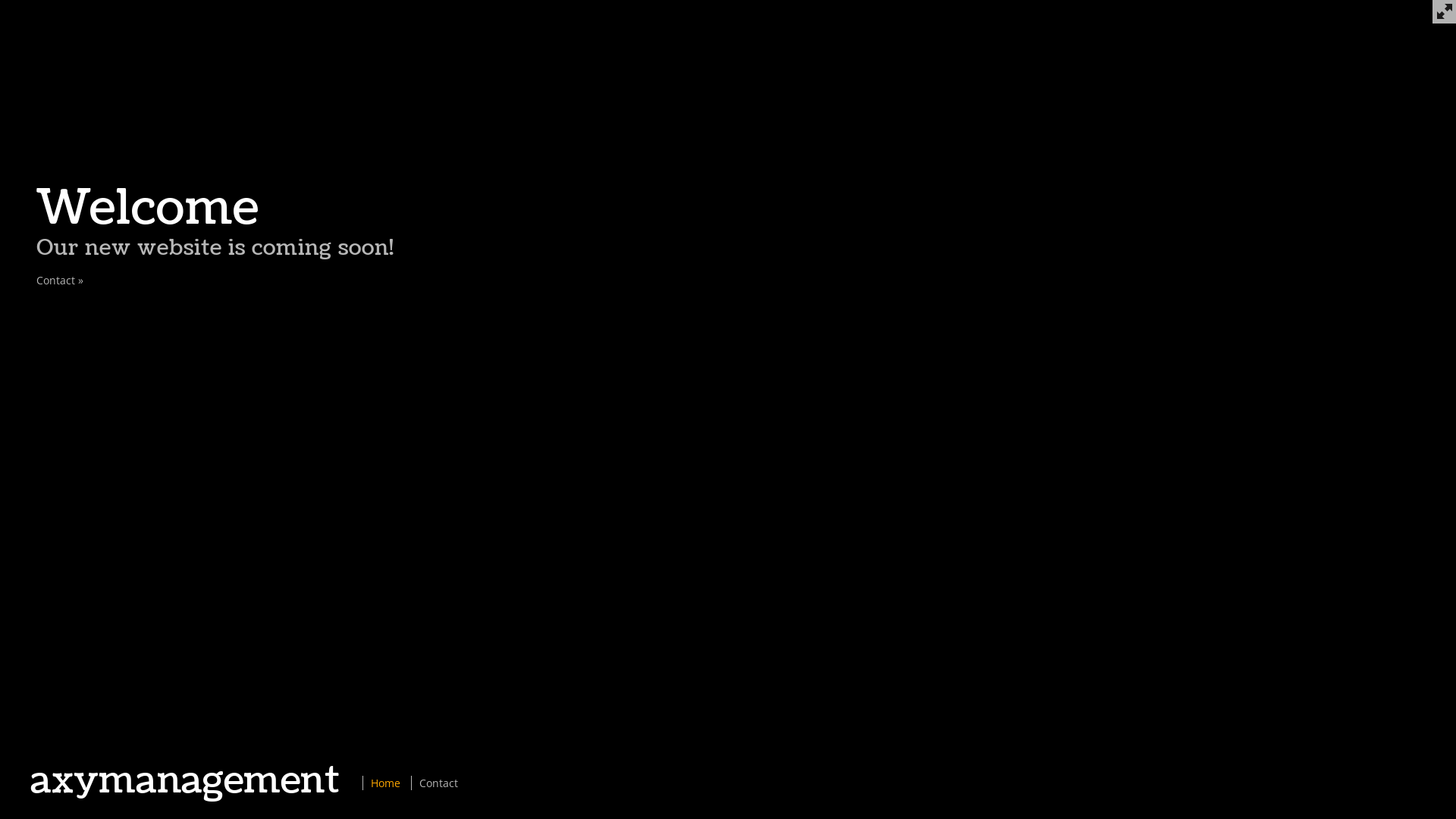 This screenshot has height=819, width=1456. What do you see at coordinates (385, 783) in the screenshot?
I see `'Home'` at bounding box center [385, 783].